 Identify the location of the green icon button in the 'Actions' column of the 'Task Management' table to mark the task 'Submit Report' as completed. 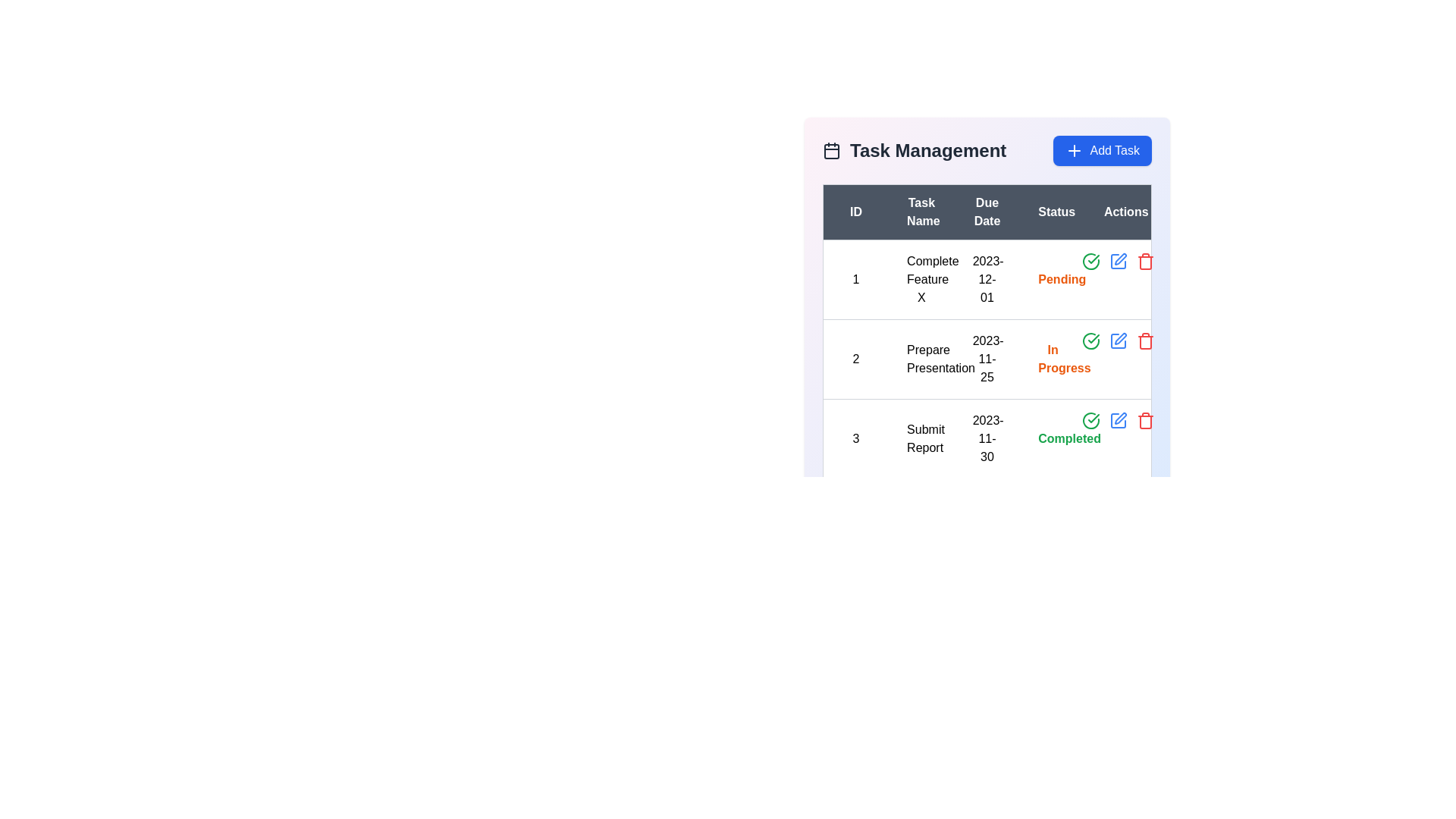
(1090, 421).